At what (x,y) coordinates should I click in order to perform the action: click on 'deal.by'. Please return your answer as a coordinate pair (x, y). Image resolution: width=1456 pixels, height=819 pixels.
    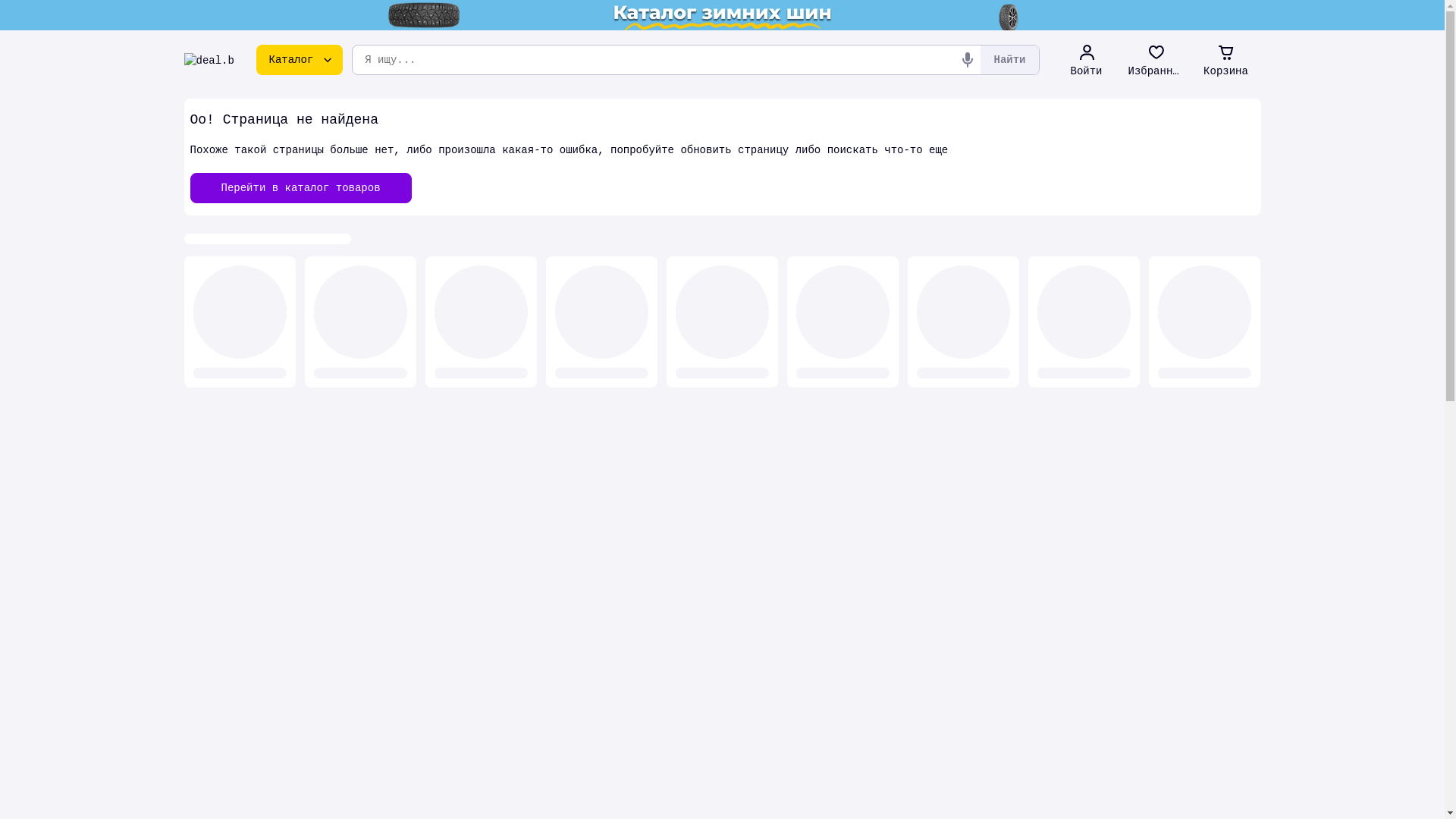
    Looking at the image, I should click on (208, 58).